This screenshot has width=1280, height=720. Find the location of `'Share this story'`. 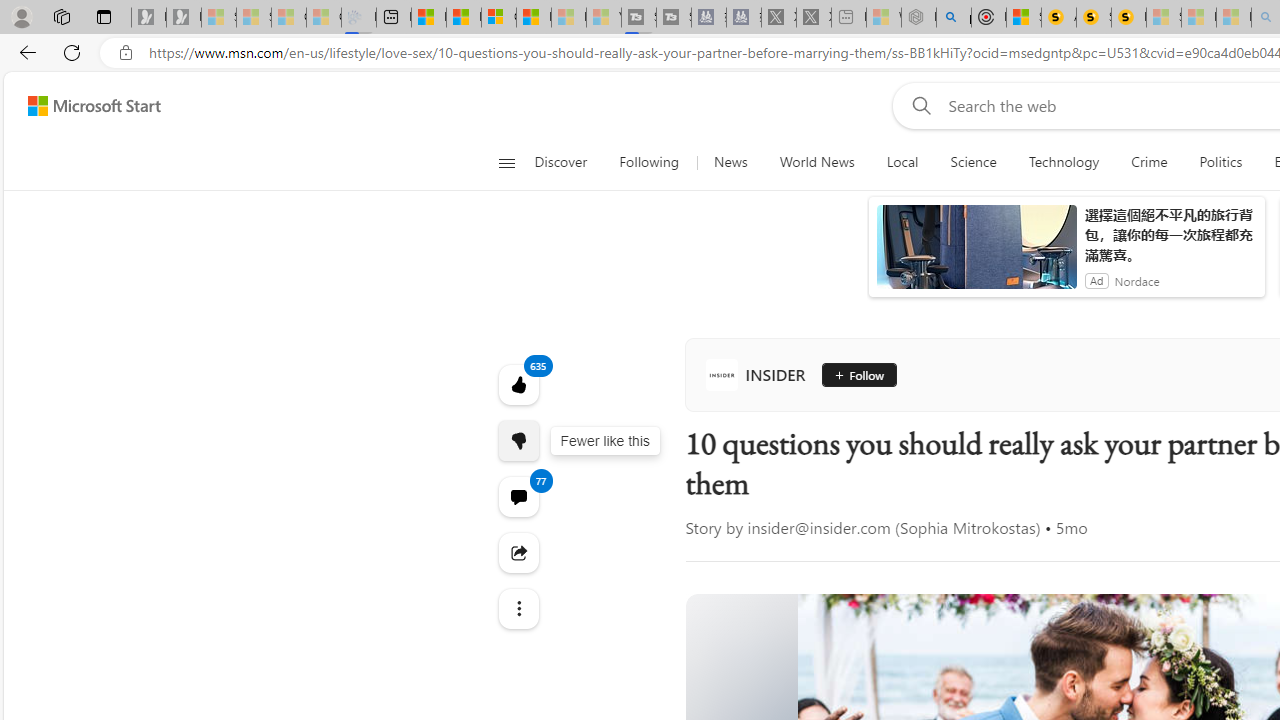

'Share this story' is located at coordinates (518, 552).